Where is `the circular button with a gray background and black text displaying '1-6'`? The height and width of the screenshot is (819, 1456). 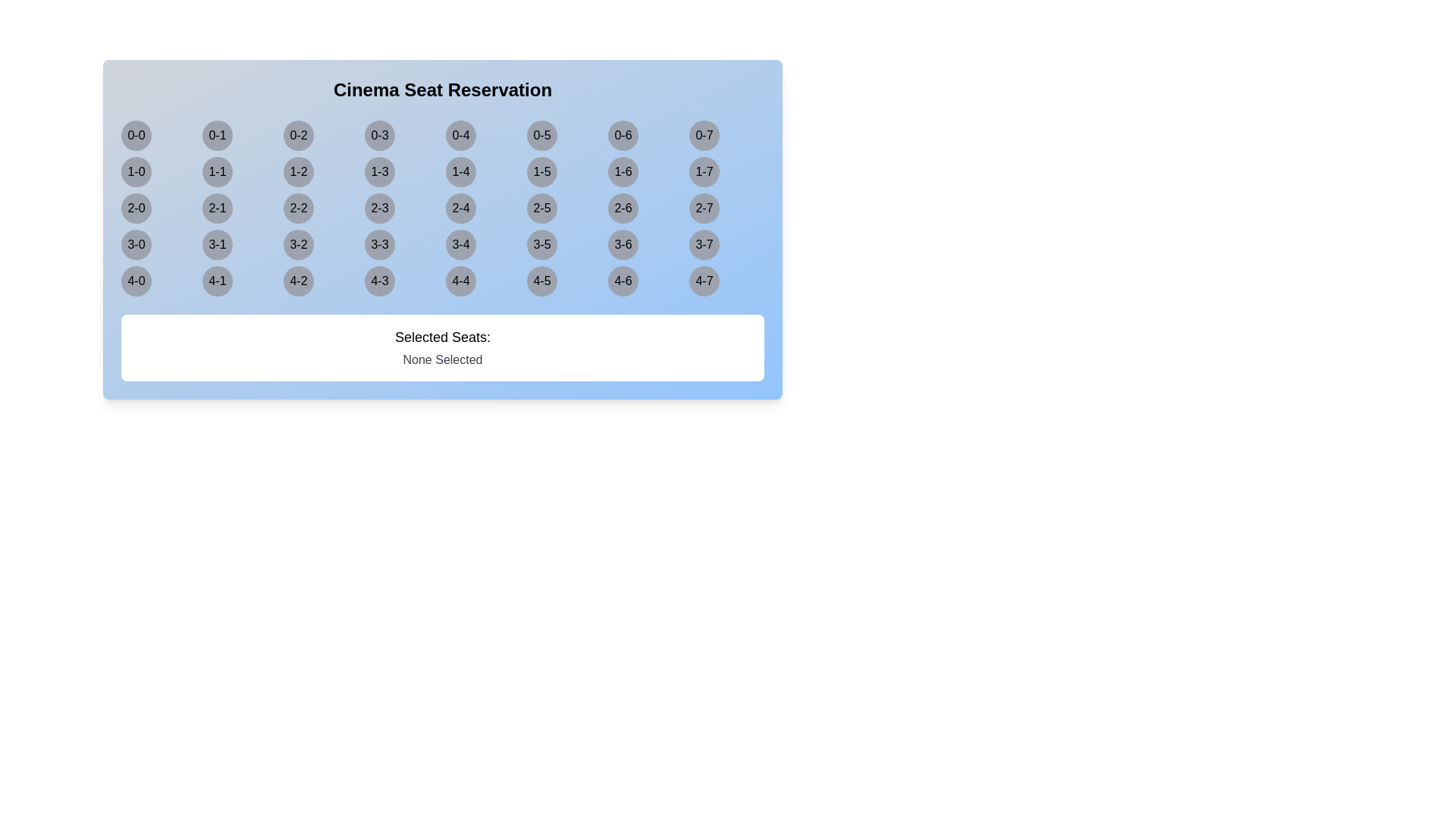
the circular button with a gray background and black text displaying '1-6' is located at coordinates (623, 171).